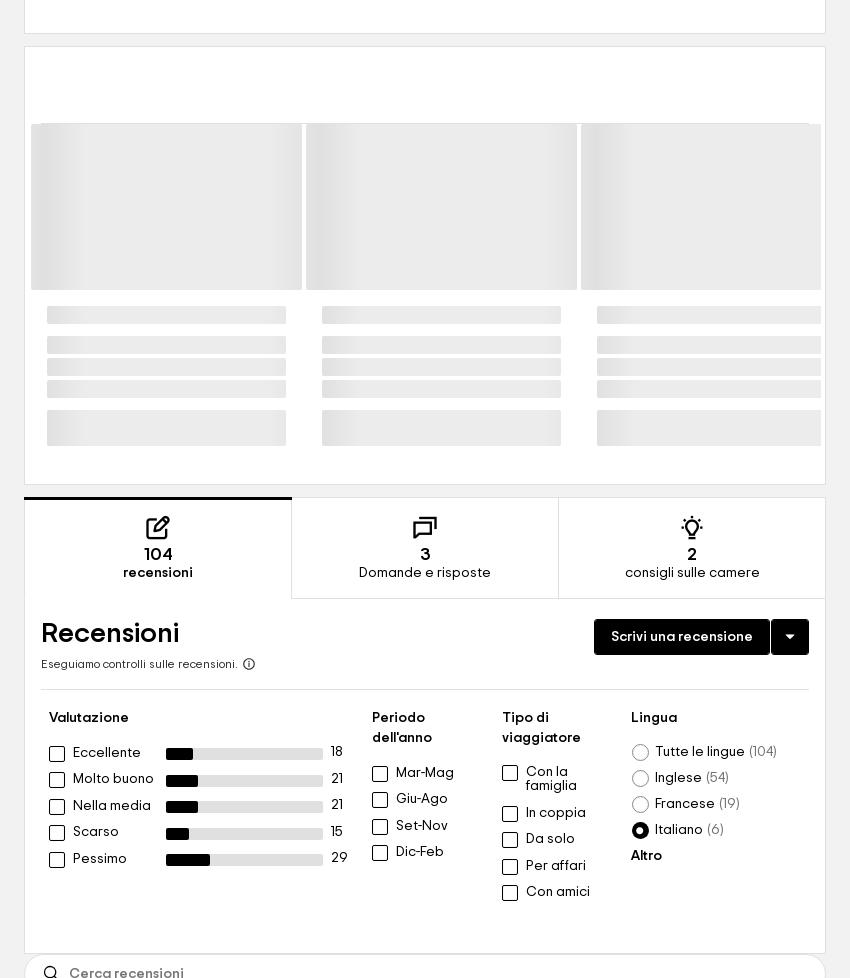 This screenshot has height=978, width=850. Describe the element at coordinates (653, 776) in the screenshot. I see `'Inglese'` at that location.